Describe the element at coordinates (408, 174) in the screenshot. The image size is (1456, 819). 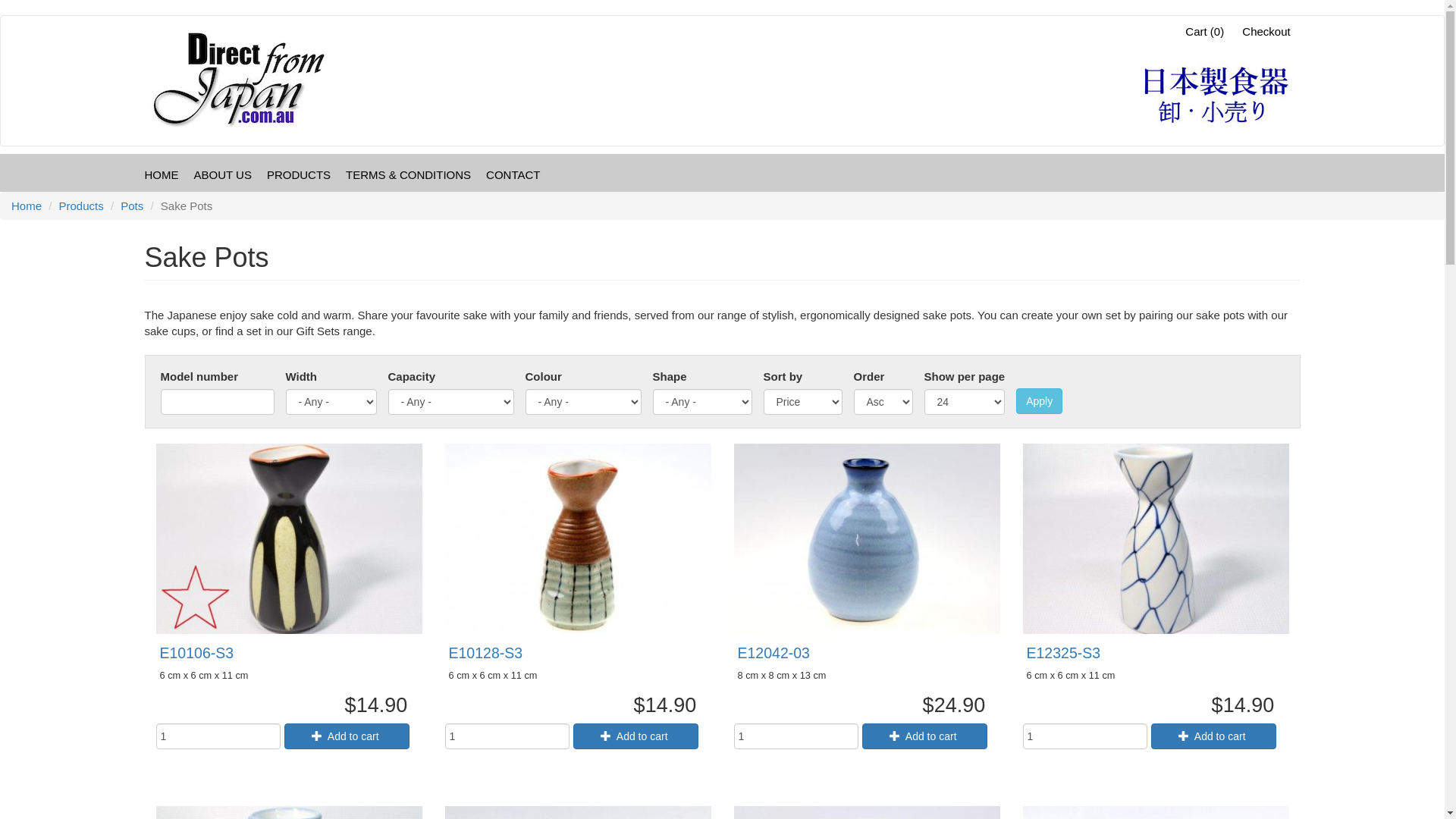
I see `'TERMS & CONDITIONS'` at that location.